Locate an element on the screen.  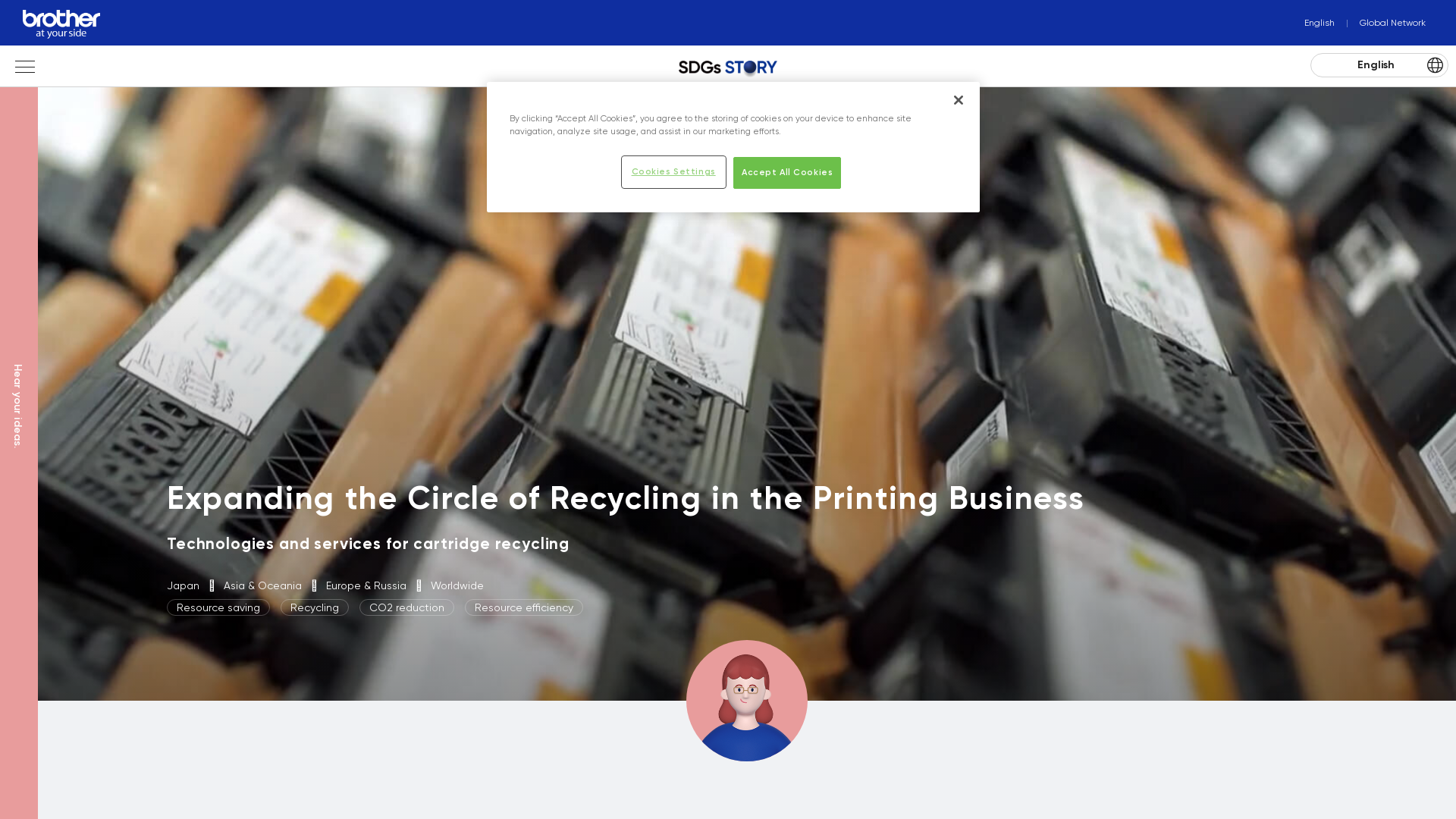
'Recycling' is located at coordinates (280, 607).